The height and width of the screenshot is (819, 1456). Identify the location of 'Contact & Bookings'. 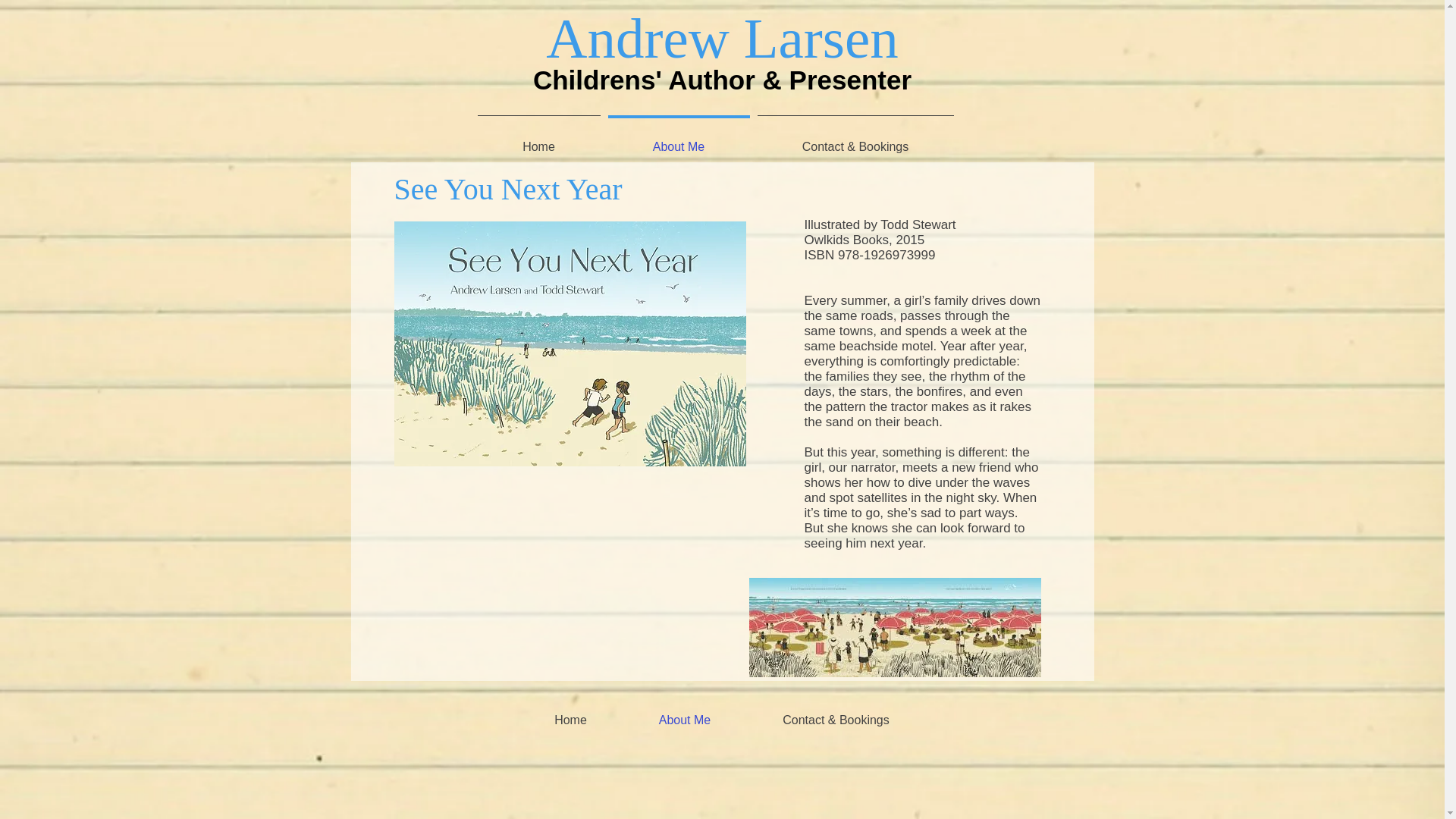
(855, 140).